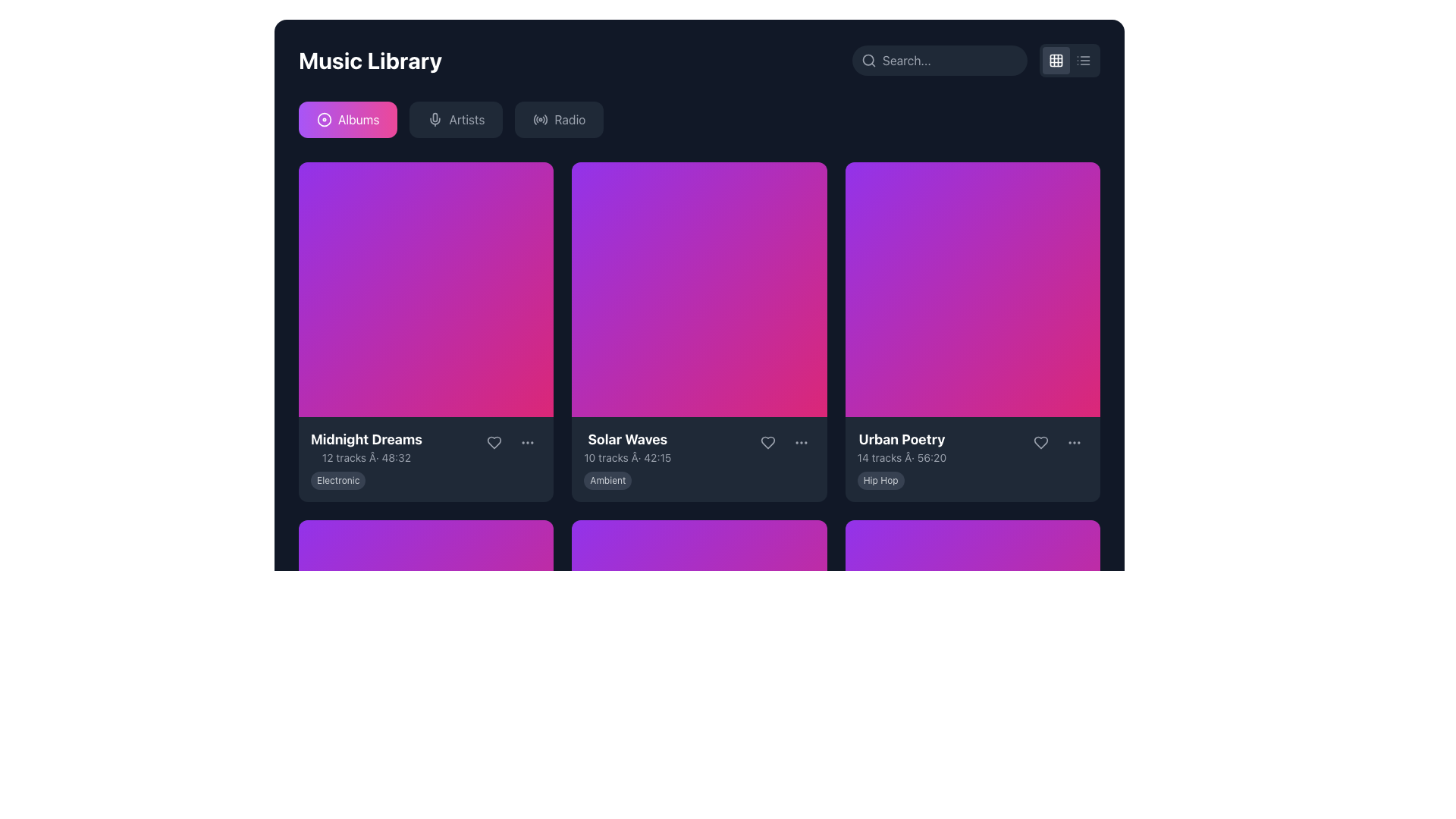  What do you see at coordinates (767, 443) in the screenshot?
I see `the heart button located in the second album card next to the 'Solar Waves' album title to change its color` at bounding box center [767, 443].